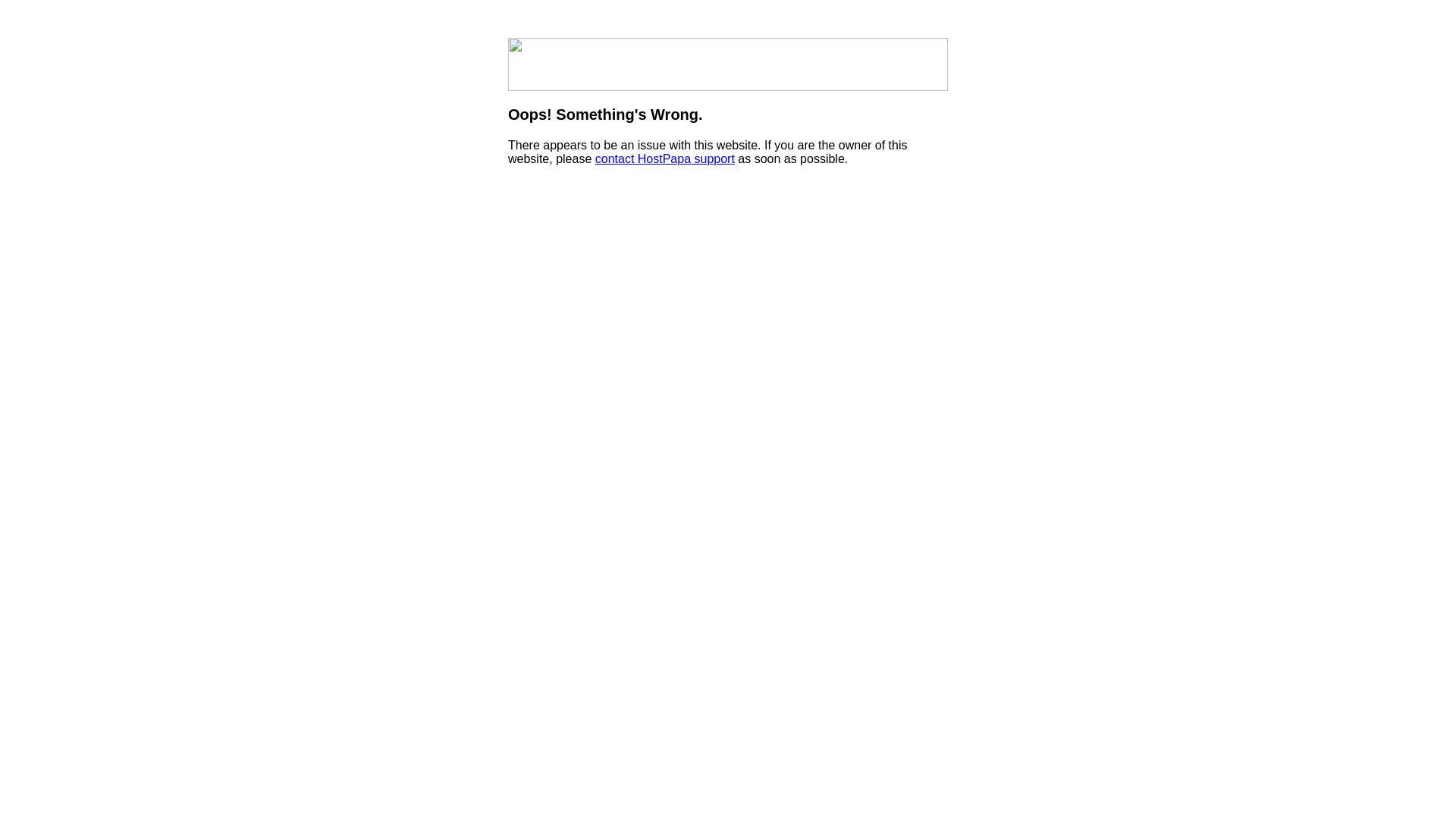 The width and height of the screenshot is (1456, 819). What do you see at coordinates (665, 158) in the screenshot?
I see `'contact HostPapa support'` at bounding box center [665, 158].